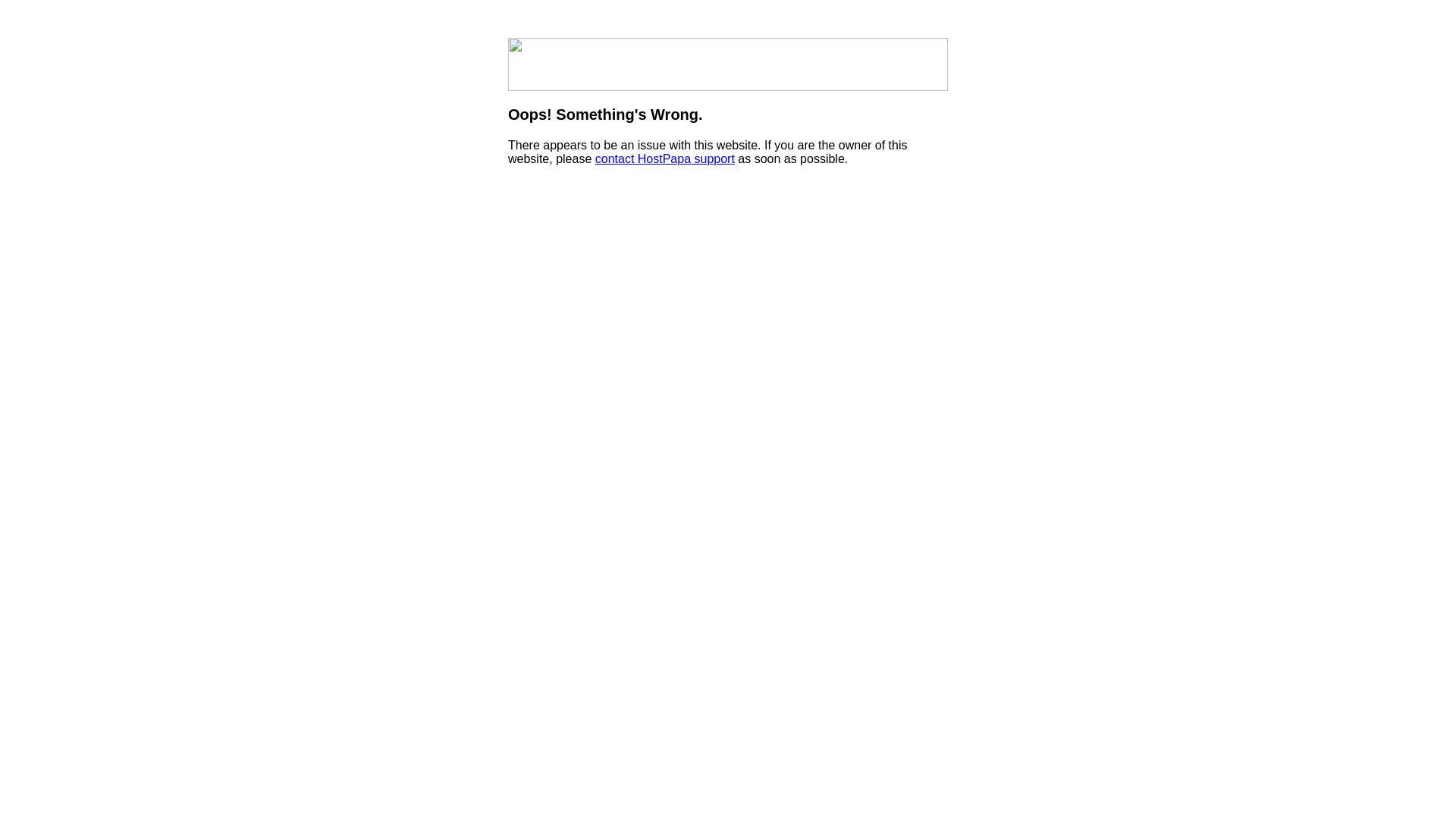 The width and height of the screenshot is (1456, 819). What do you see at coordinates (665, 158) in the screenshot?
I see `'contact HostPapa support'` at bounding box center [665, 158].